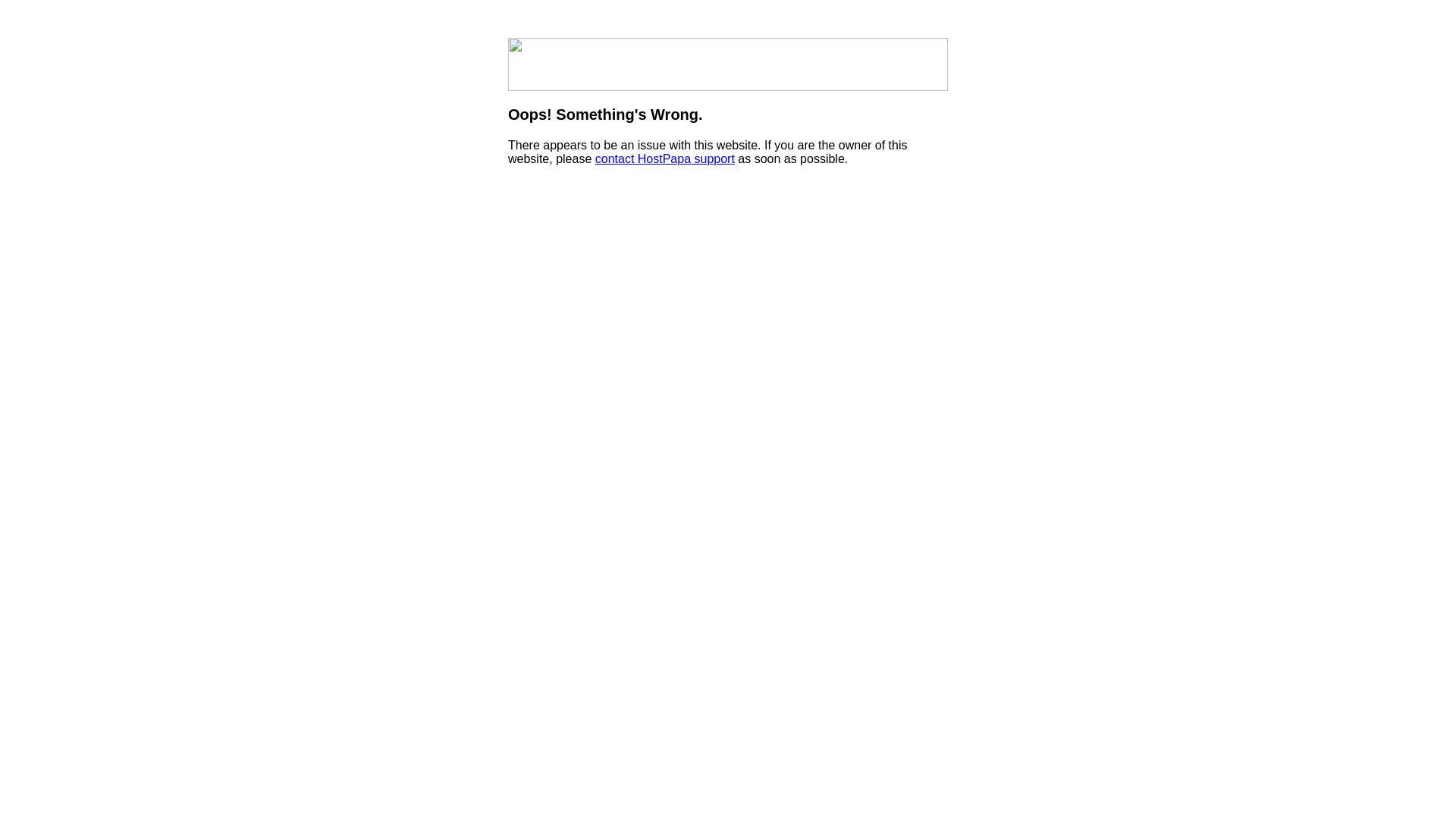 The width and height of the screenshot is (1456, 819). What do you see at coordinates (665, 158) in the screenshot?
I see `'contact HostPapa support'` at bounding box center [665, 158].